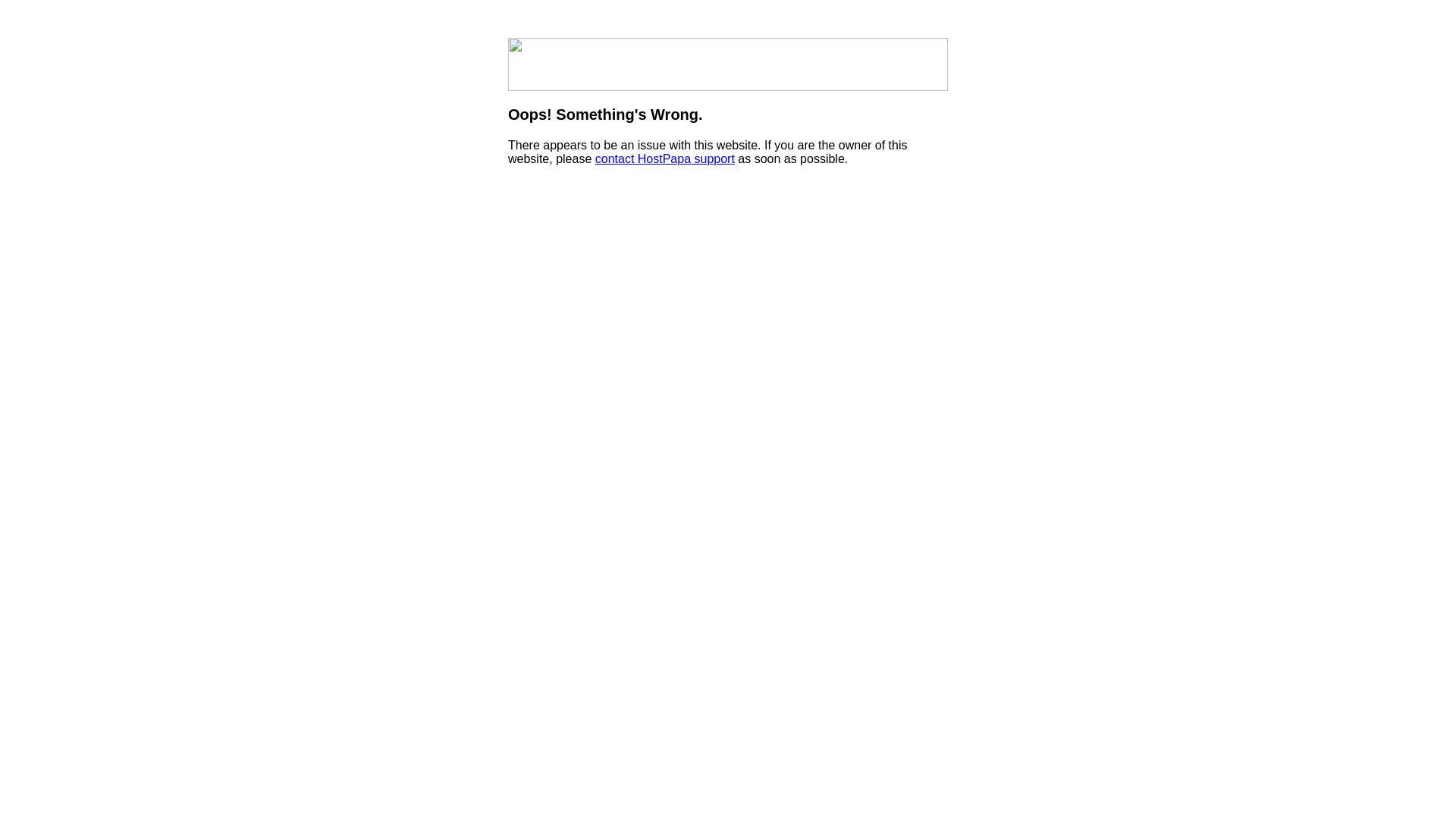 The width and height of the screenshot is (1456, 819). What do you see at coordinates (665, 158) in the screenshot?
I see `'contact HostPapa support'` at bounding box center [665, 158].